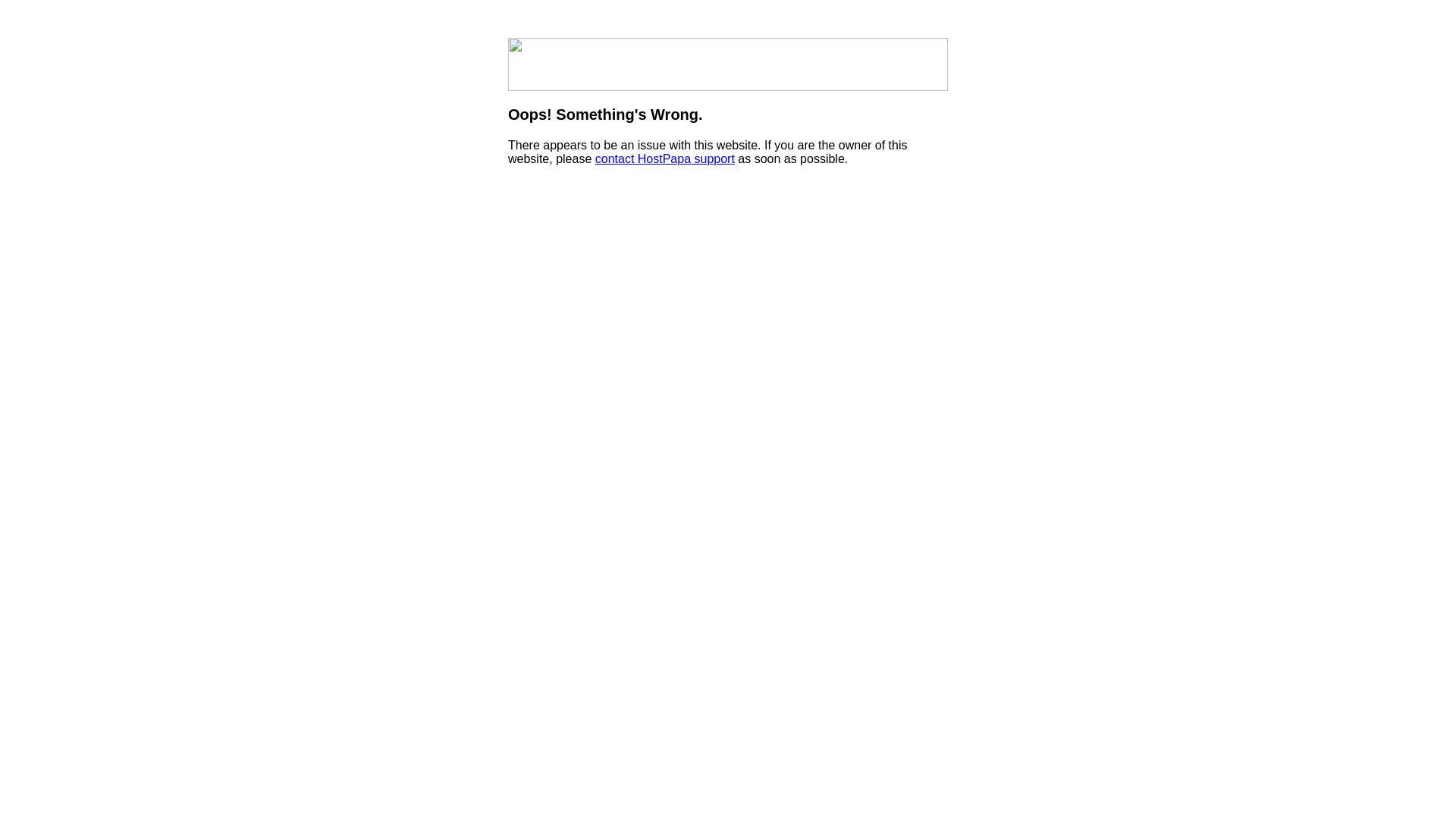 The width and height of the screenshot is (1456, 819). What do you see at coordinates (665, 158) in the screenshot?
I see `'contact HostPapa support'` at bounding box center [665, 158].